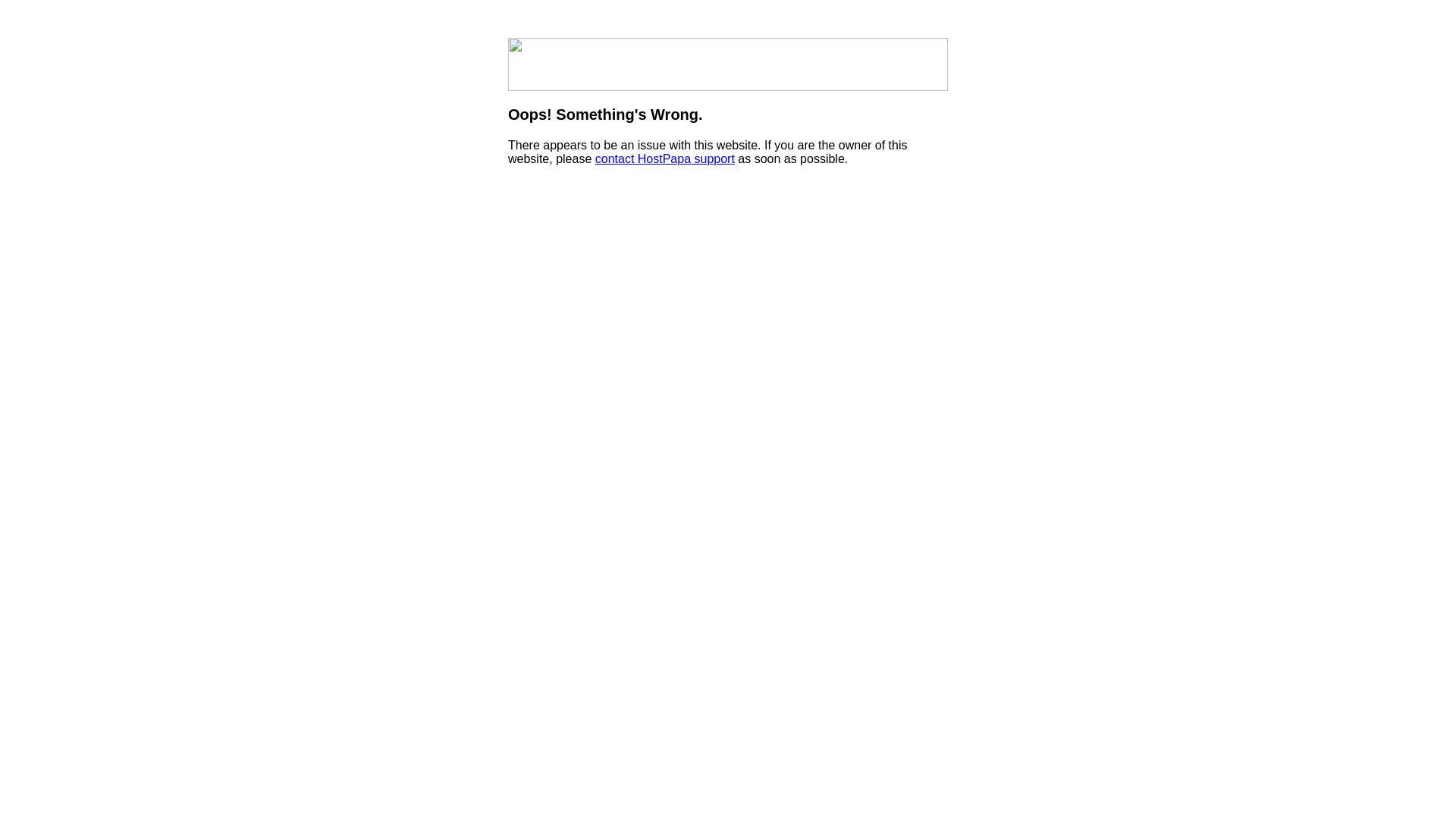 The width and height of the screenshot is (1456, 819). What do you see at coordinates (665, 158) in the screenshot?
I see `'contact HostPapa support'` at bounding box center [665, 158].